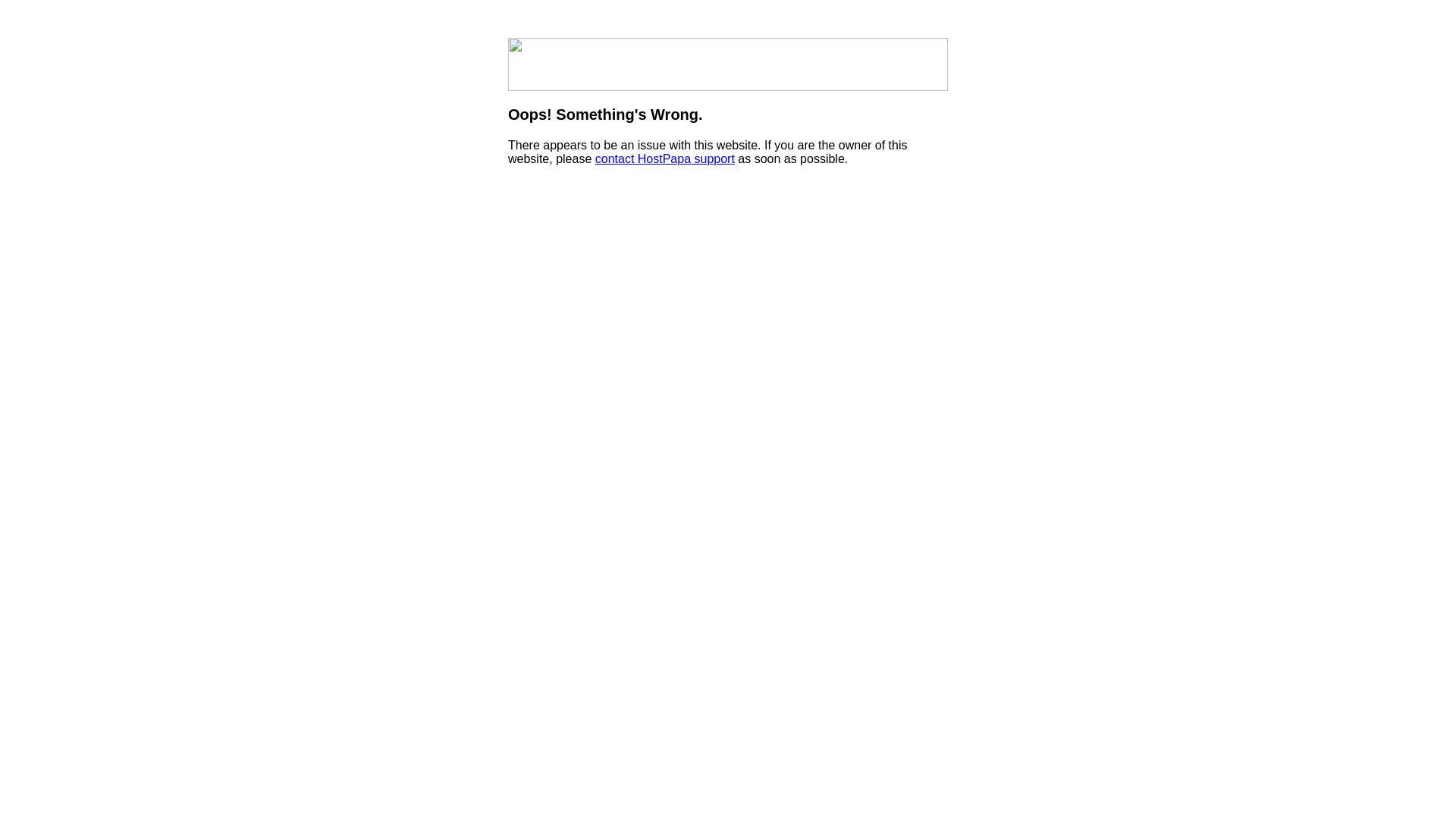 The width and height of the screenshot is (1456, 819). What do you see at coordinates (665, 158) in the screenshot?
I see `'contact HostPapa support'` at bounding box center [665, 158].